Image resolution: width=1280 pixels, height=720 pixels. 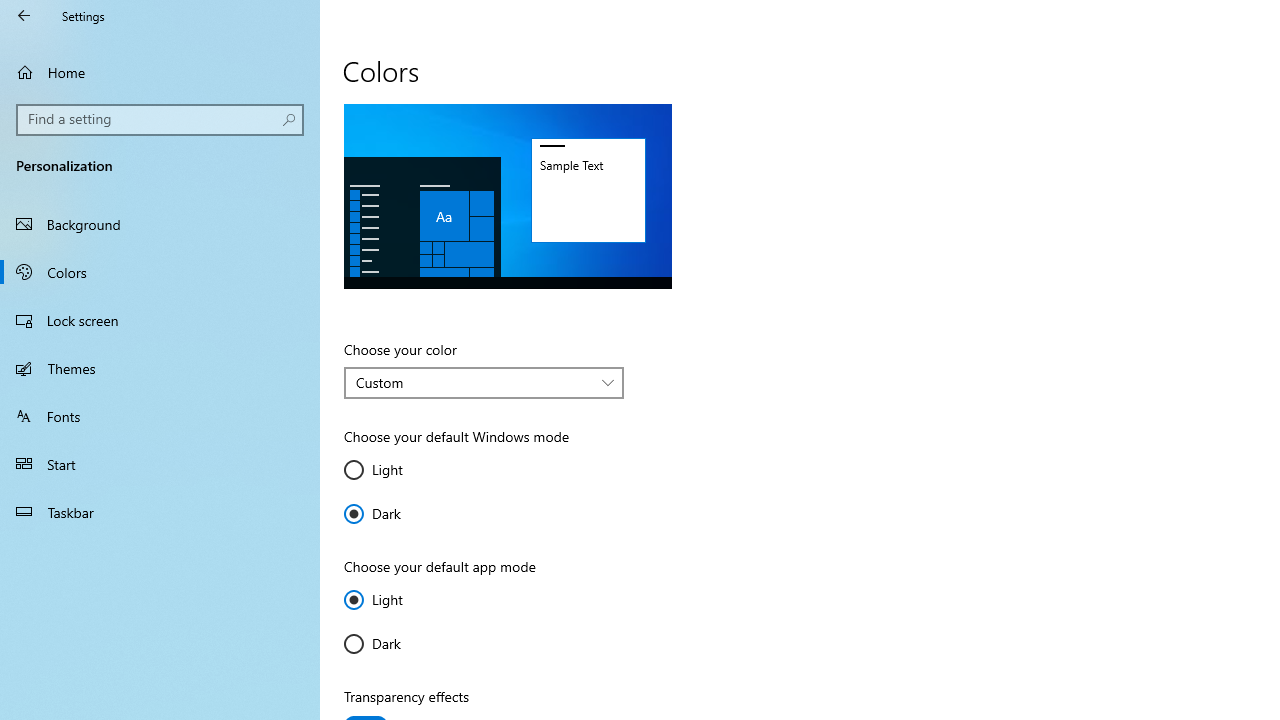 I want to click on 'Light', so click(x=402, y=599).